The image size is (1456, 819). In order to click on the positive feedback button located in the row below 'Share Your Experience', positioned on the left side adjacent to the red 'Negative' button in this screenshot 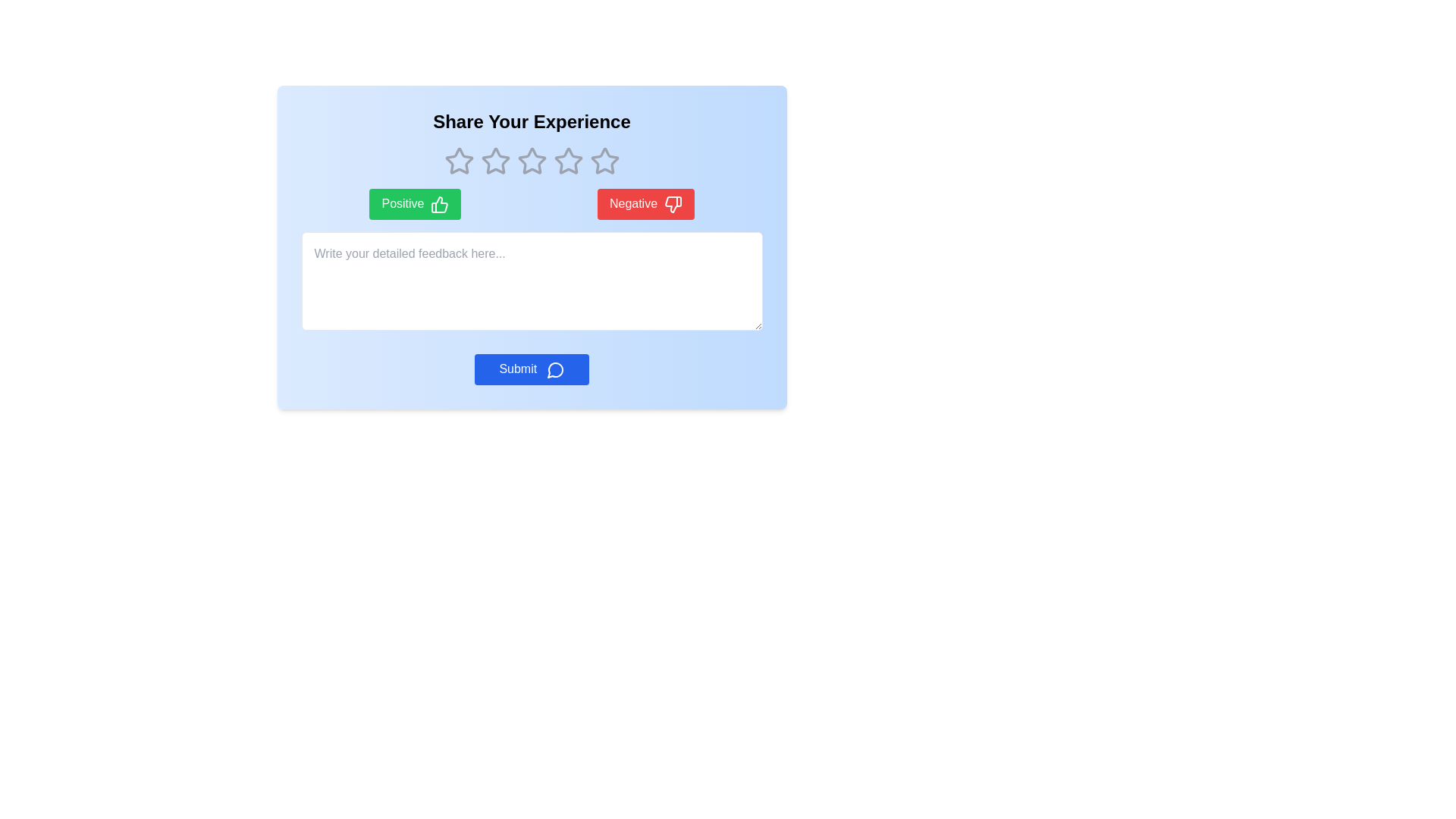, I will do `click(415, 203)`.